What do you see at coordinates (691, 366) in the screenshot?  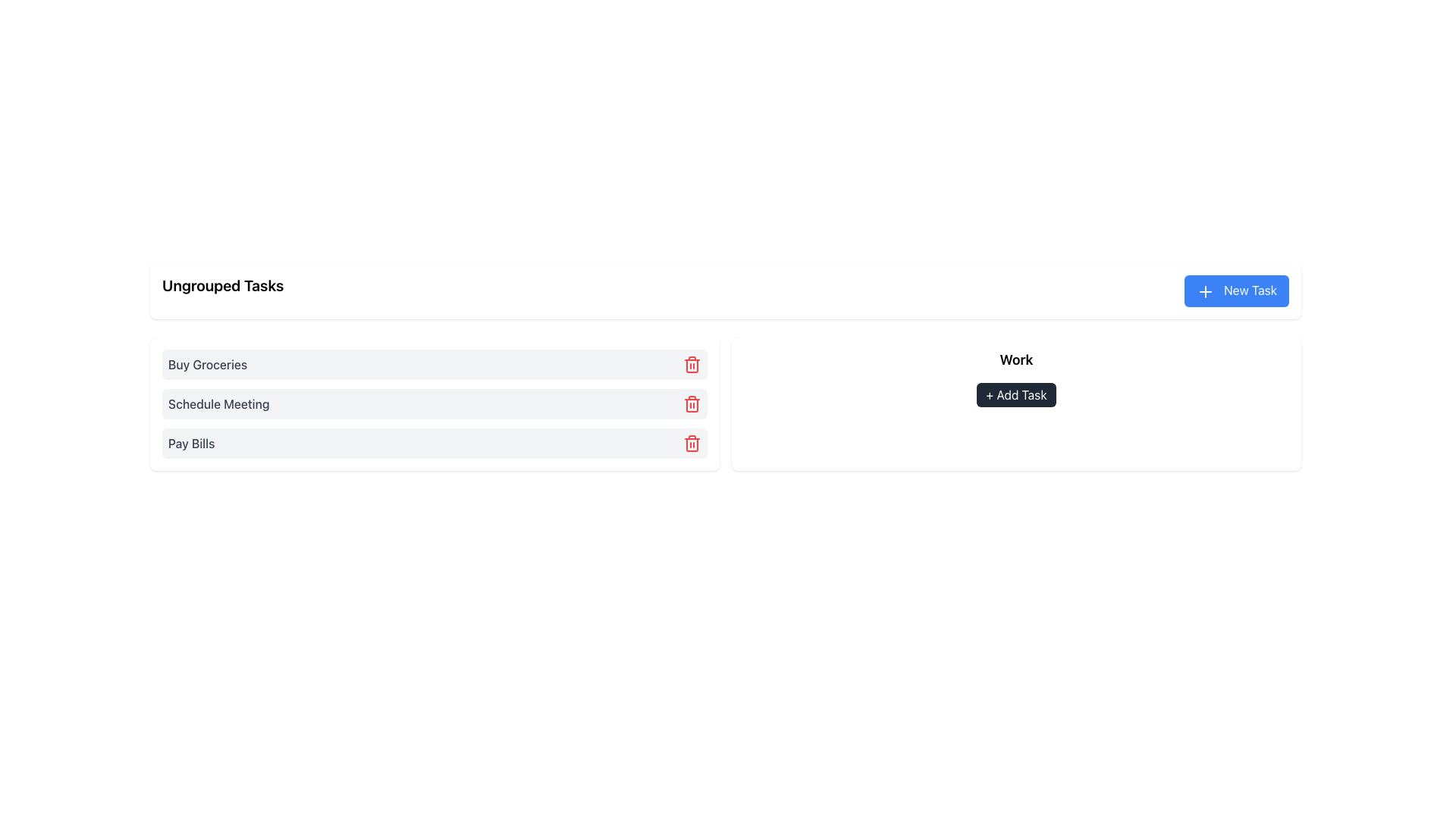 I see `the middle vertical stripe of the red trash can-shaped icon, which represents deletion or removal action, located under 'Ungrouped Tasks'` at bounding box center [691, 366].